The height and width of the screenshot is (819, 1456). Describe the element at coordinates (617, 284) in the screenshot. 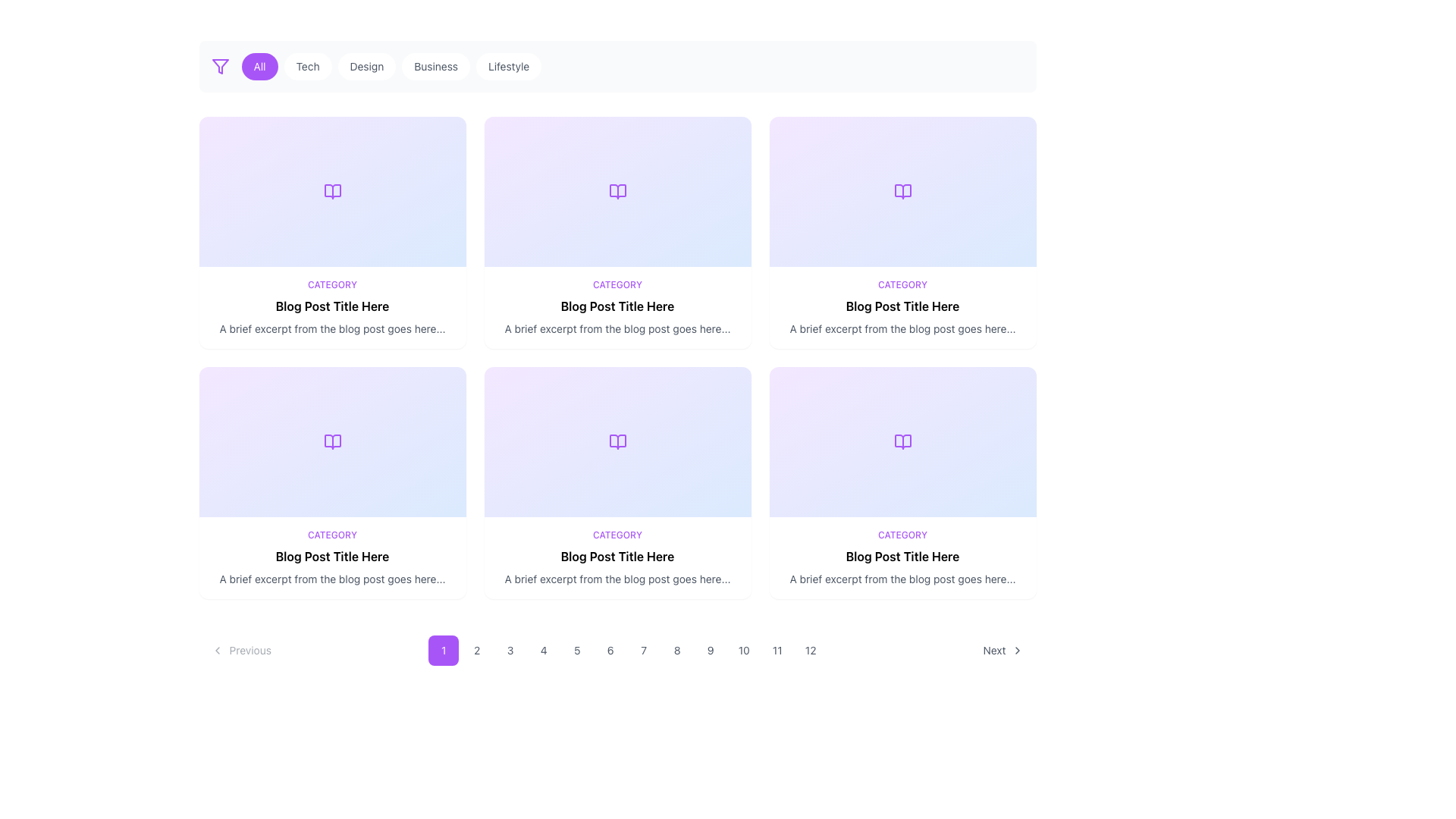

I see `text from the small text label displaying 'CATEGORY' in uppercase letters, styled in purple color, located above the title 'Blog Post Title Here'` at that location.